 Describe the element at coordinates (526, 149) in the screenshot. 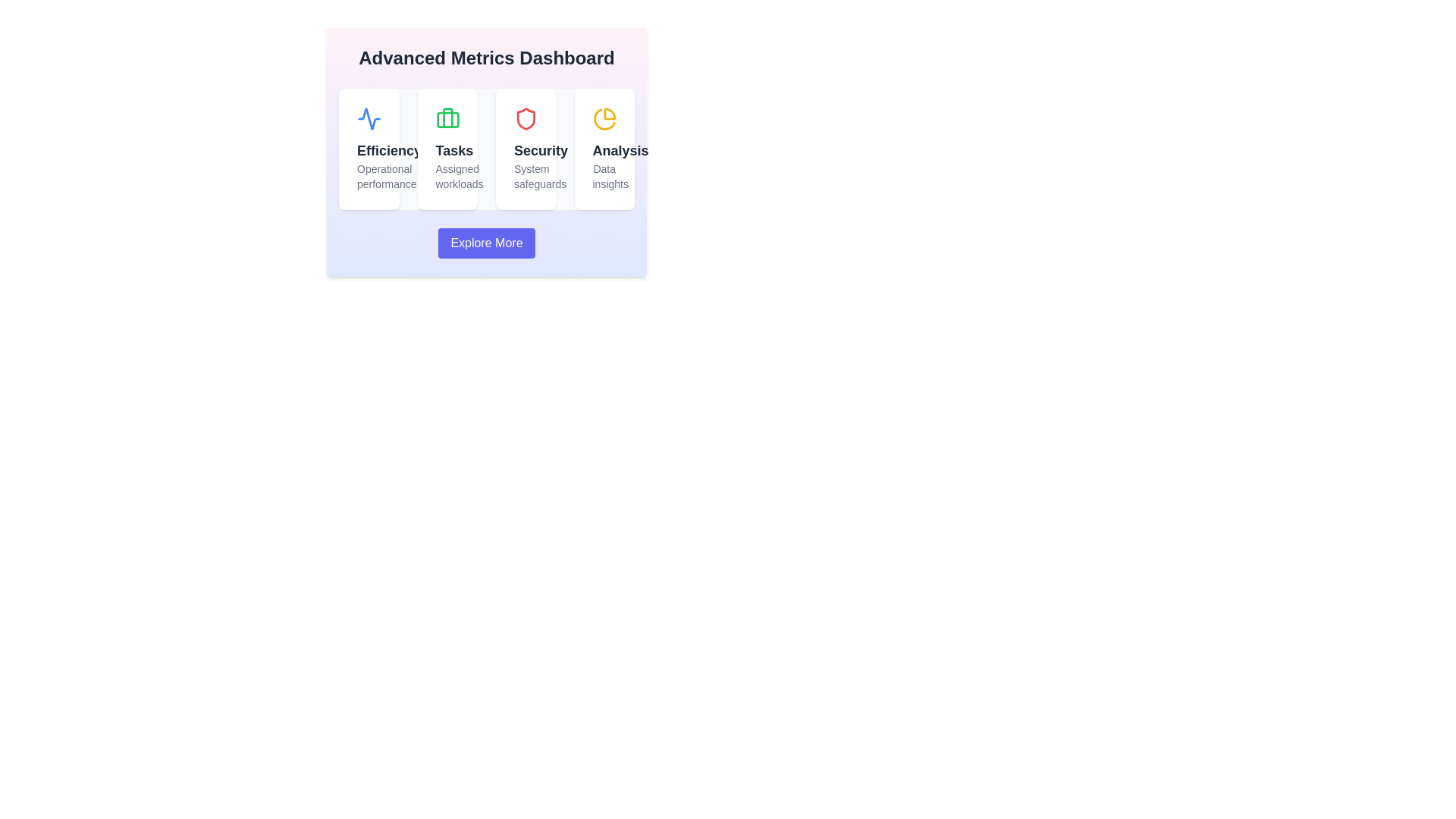

I see `the Information Card, which is the third item in a four-item grid layout, positioned between the 'Tasks' and 'Analysis' items` at that location.